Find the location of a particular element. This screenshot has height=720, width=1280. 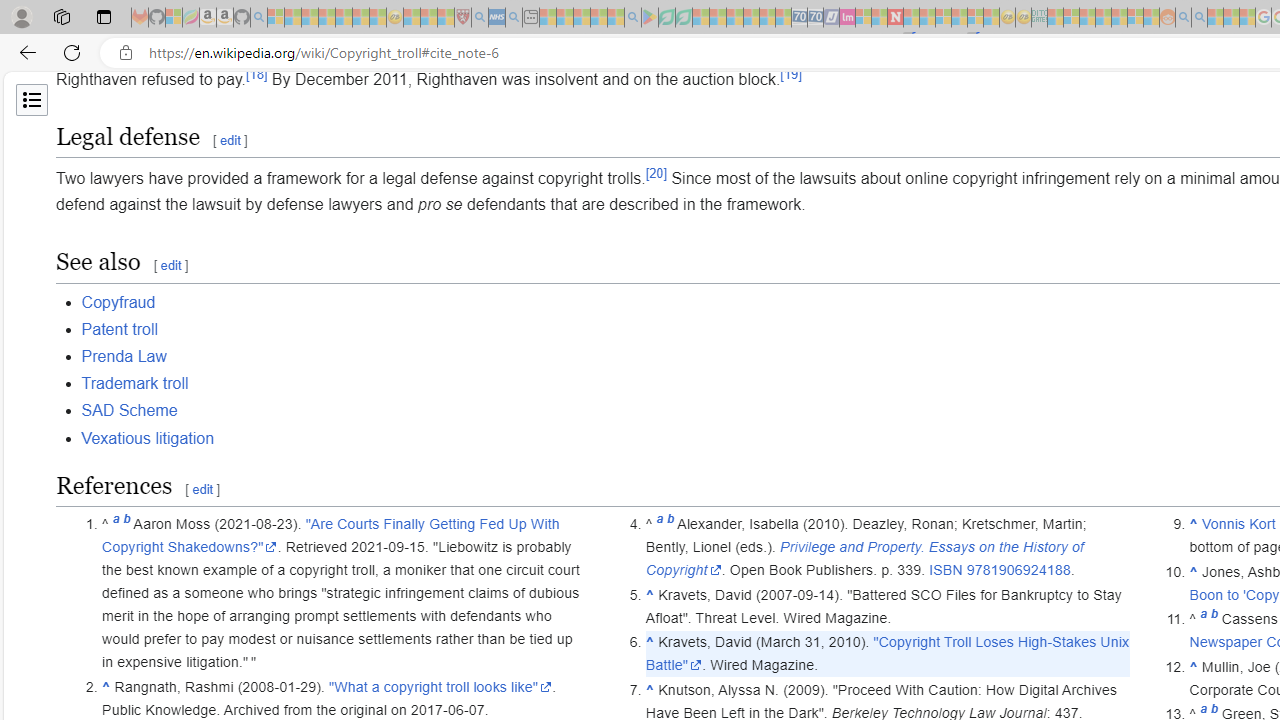

'utah sues federal government - Search - Sleeping' is located at coordinates (513, 17).